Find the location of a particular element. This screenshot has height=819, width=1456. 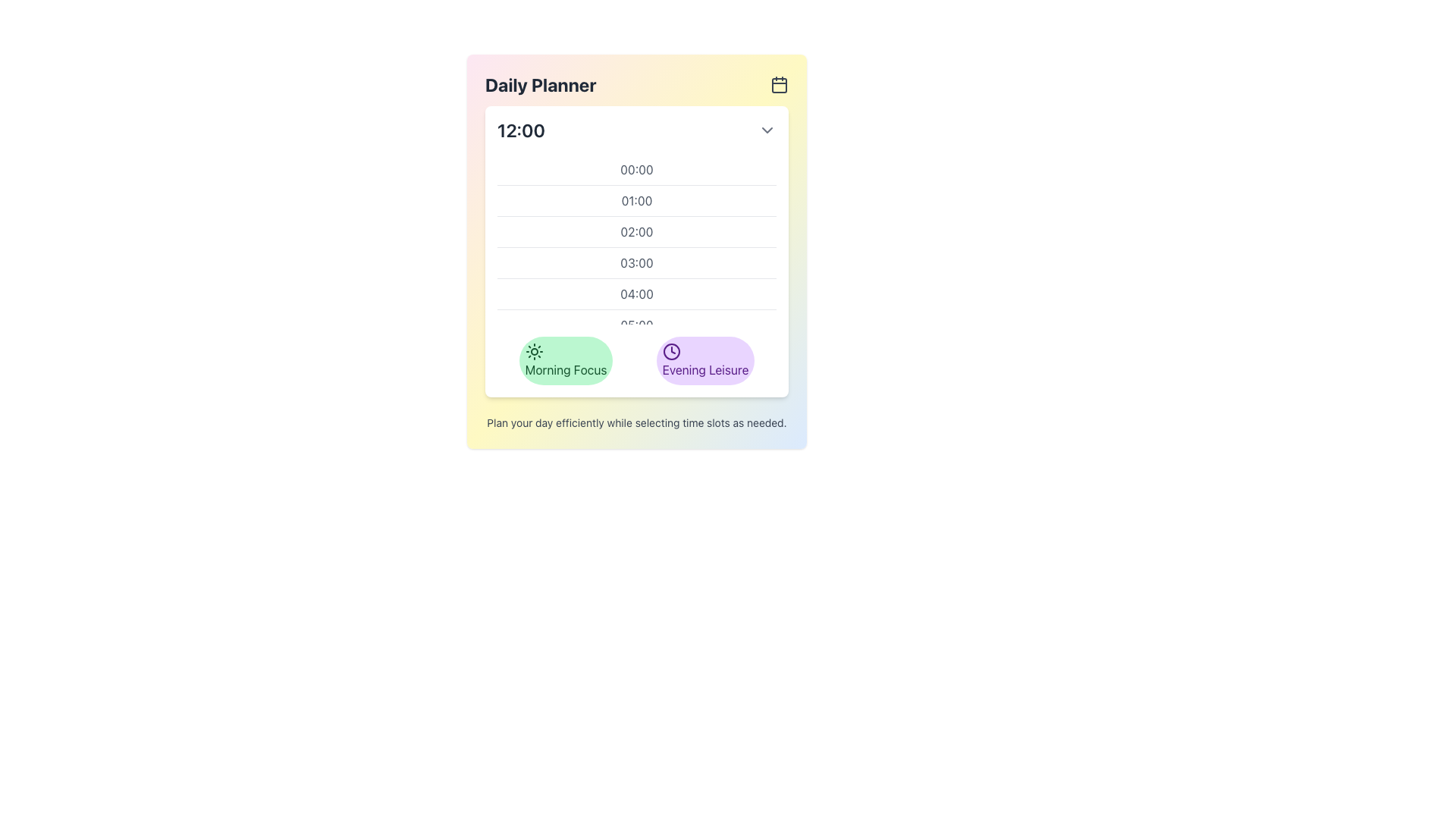

the Text Label displaying '12:00' in bold and large font, located at the top center of the dropdown in the 'Daily Planner' card is located at coordinates (521, 130).